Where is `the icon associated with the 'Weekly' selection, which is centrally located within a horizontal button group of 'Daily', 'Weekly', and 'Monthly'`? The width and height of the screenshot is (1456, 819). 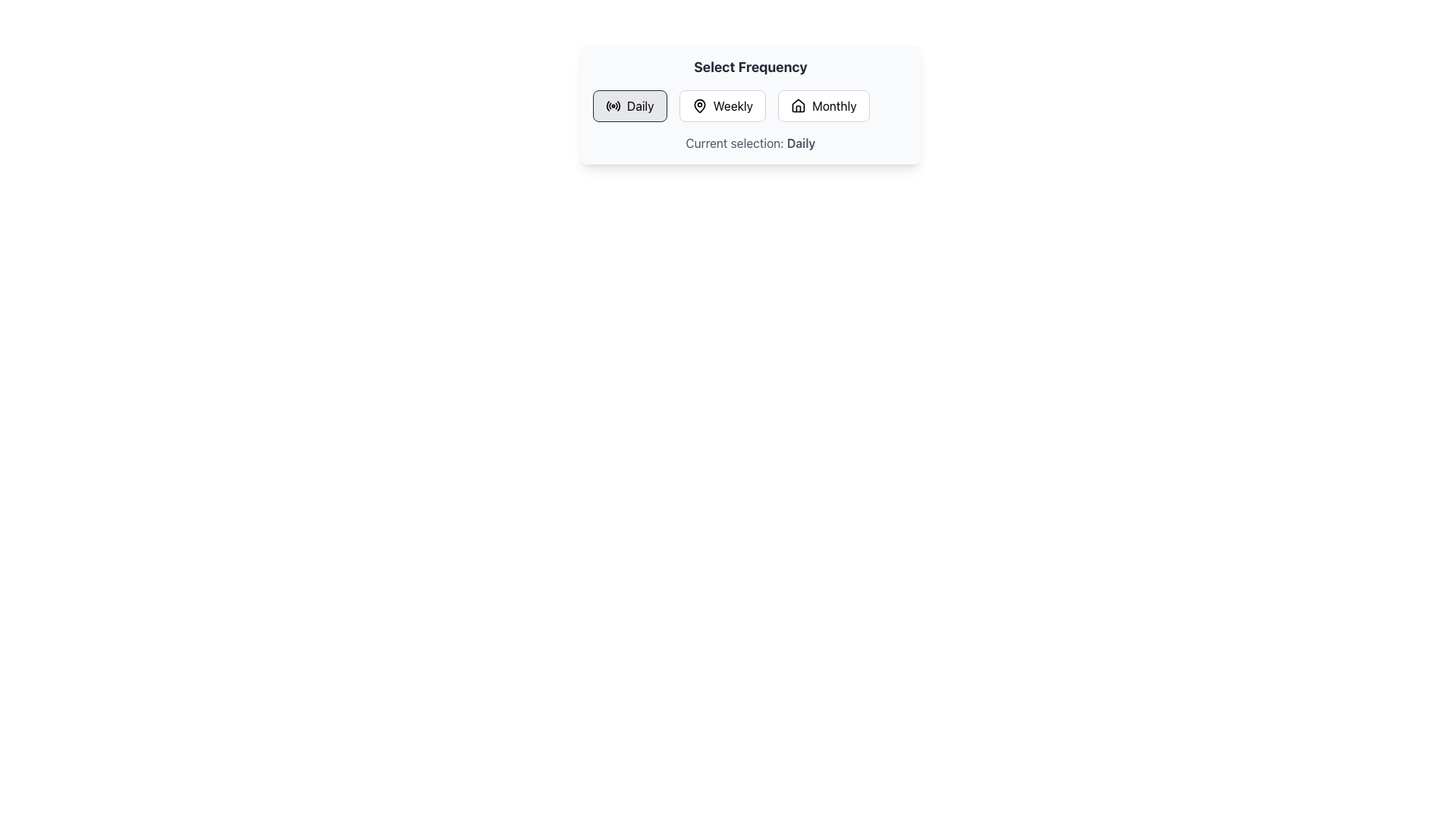
the icon associated with the 'Weekly' selection, which is centrally located within a horizontal button group of 'Daily', 'Weekly', and 'Monthly' is located at coordinates (698, 105).